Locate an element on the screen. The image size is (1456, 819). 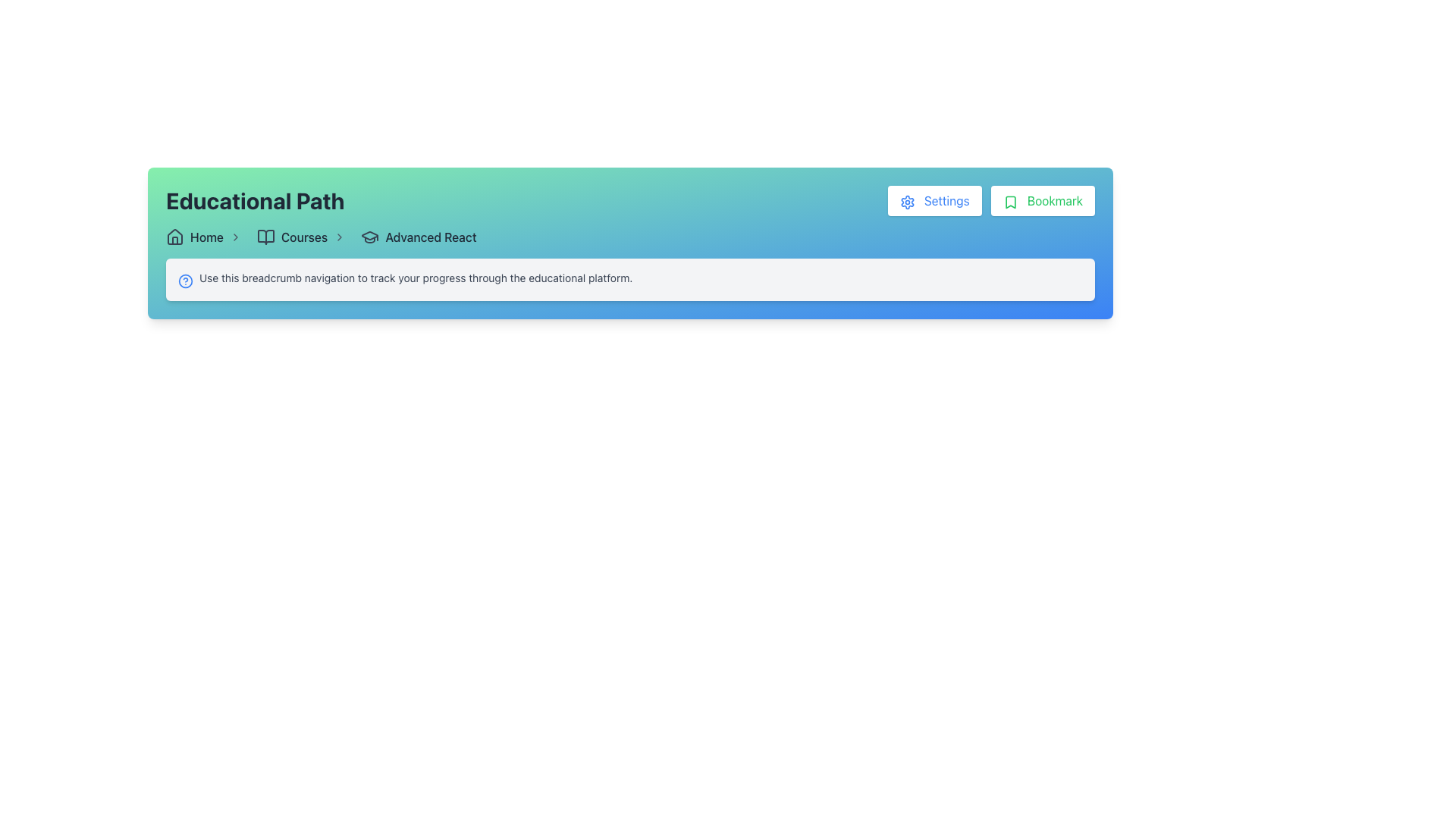
the bookmark icon located in the rightmost section of the top navigation bar is located at coordinates (1010, 201).